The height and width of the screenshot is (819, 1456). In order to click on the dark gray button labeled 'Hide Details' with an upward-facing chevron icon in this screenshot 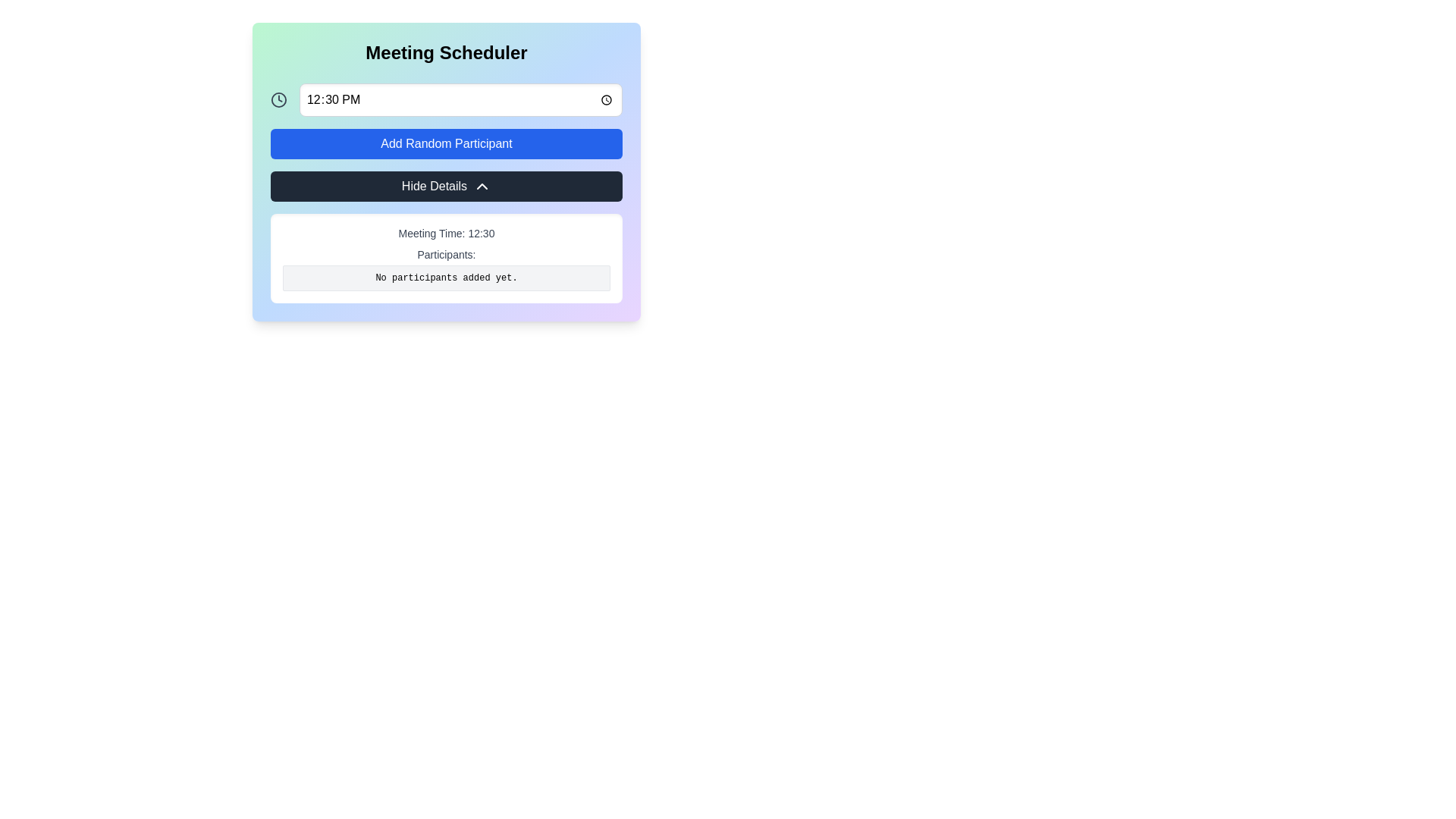, I will do `click(446, 186)`.